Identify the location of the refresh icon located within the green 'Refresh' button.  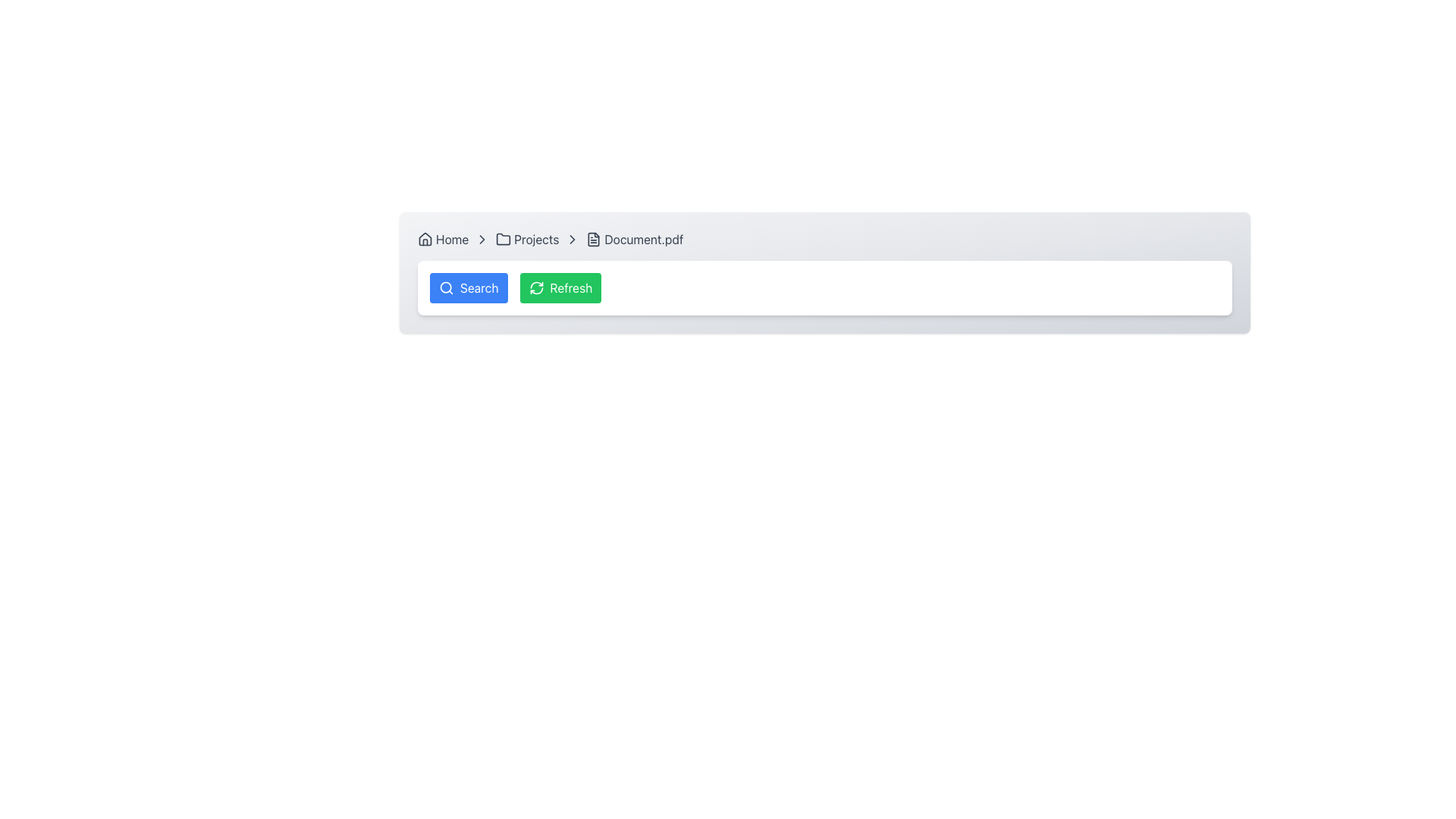
(535, 288).